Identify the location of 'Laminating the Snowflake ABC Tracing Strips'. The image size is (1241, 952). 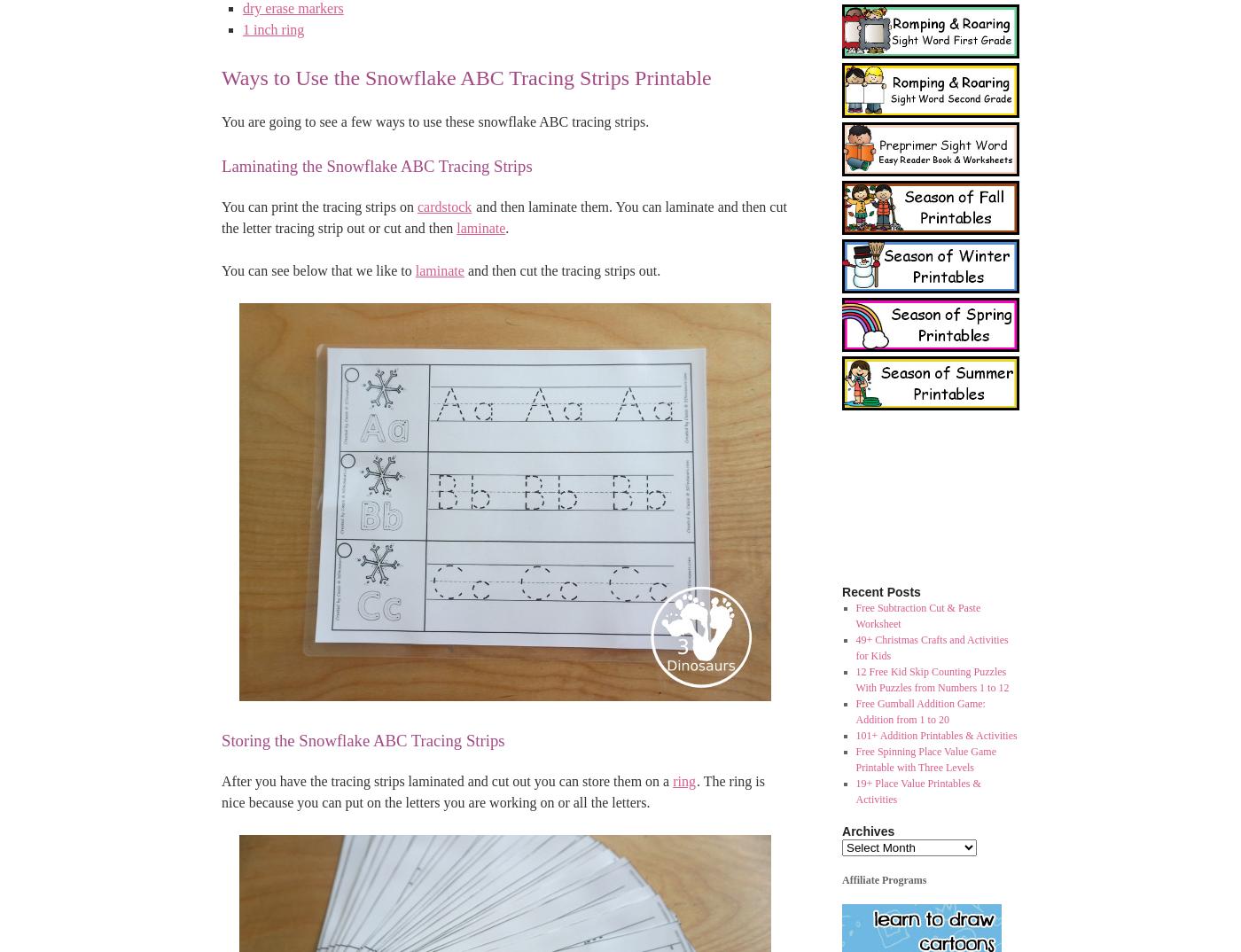
(376, 166).